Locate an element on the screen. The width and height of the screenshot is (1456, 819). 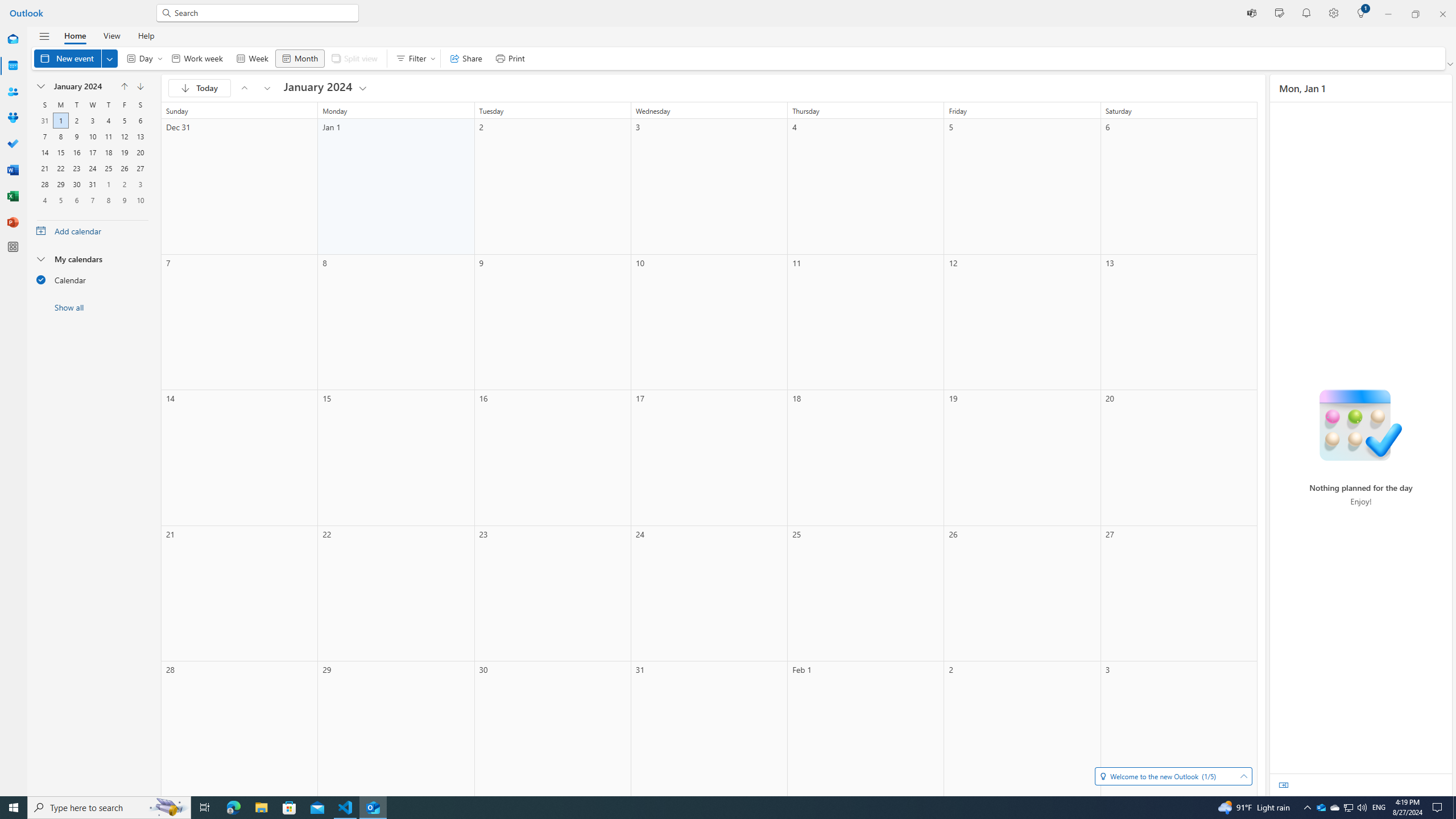
'Month' is located at coordinates (299, 58).